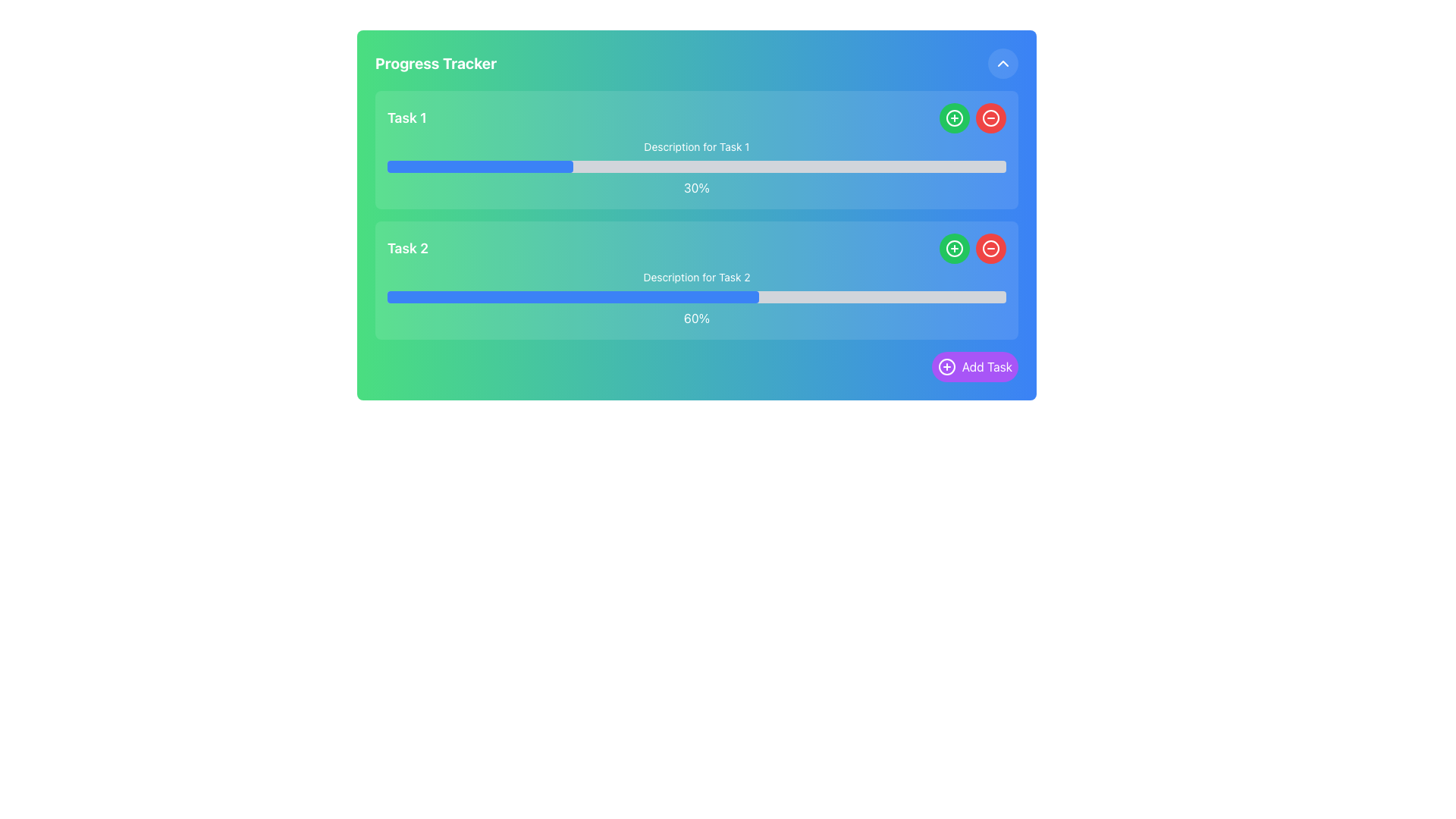 The height and width of the screenshot is (819, 1456). What do you see at coordinates (953, 247) in the screenshot?
I see `the circle element within the SVG that represents the 'add task' button, located near the top-right corner of the 'Task 1' card` at bounding box center [953, 247].